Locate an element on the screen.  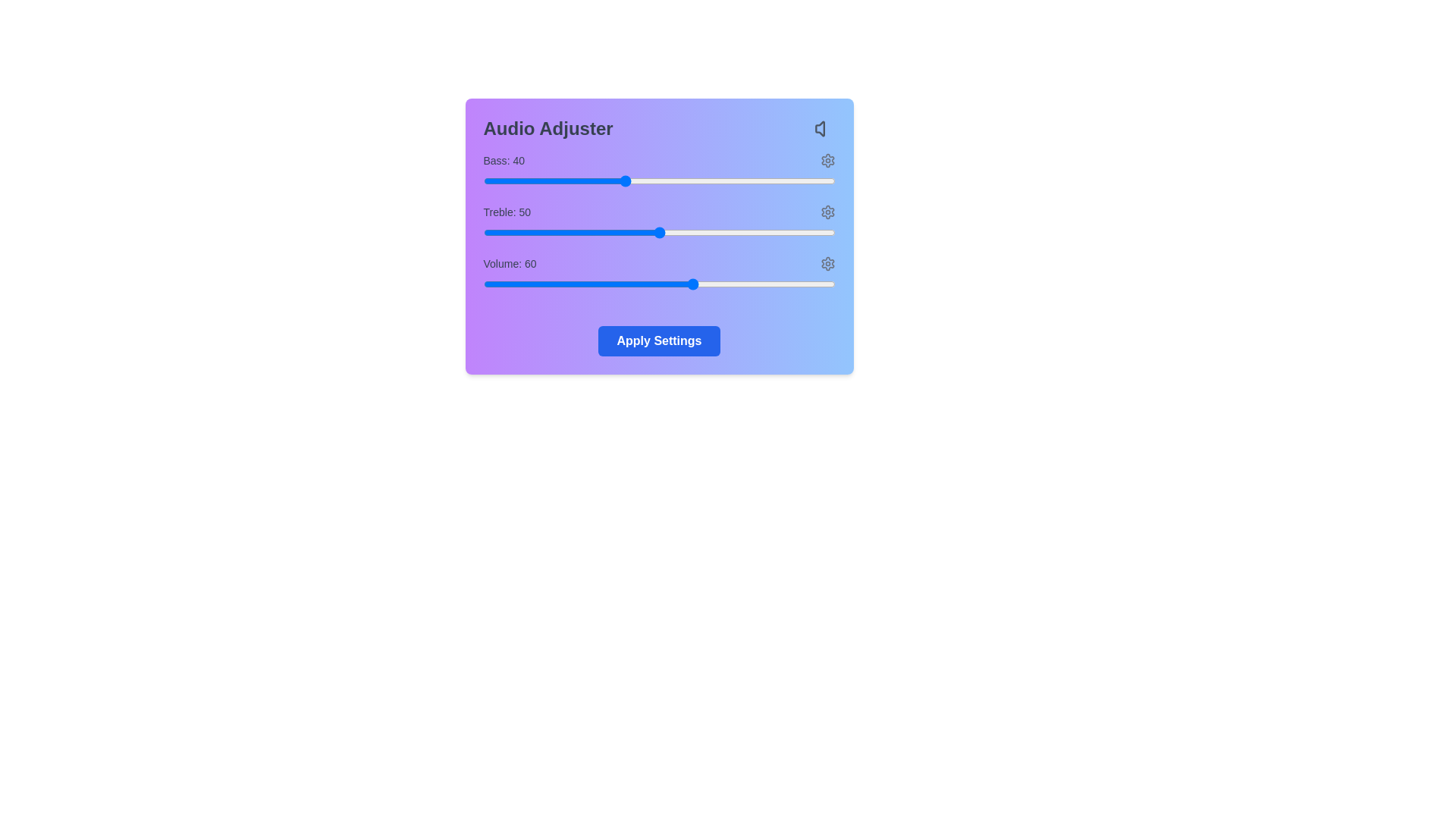
the treble level is located at coordinates (751, 233).